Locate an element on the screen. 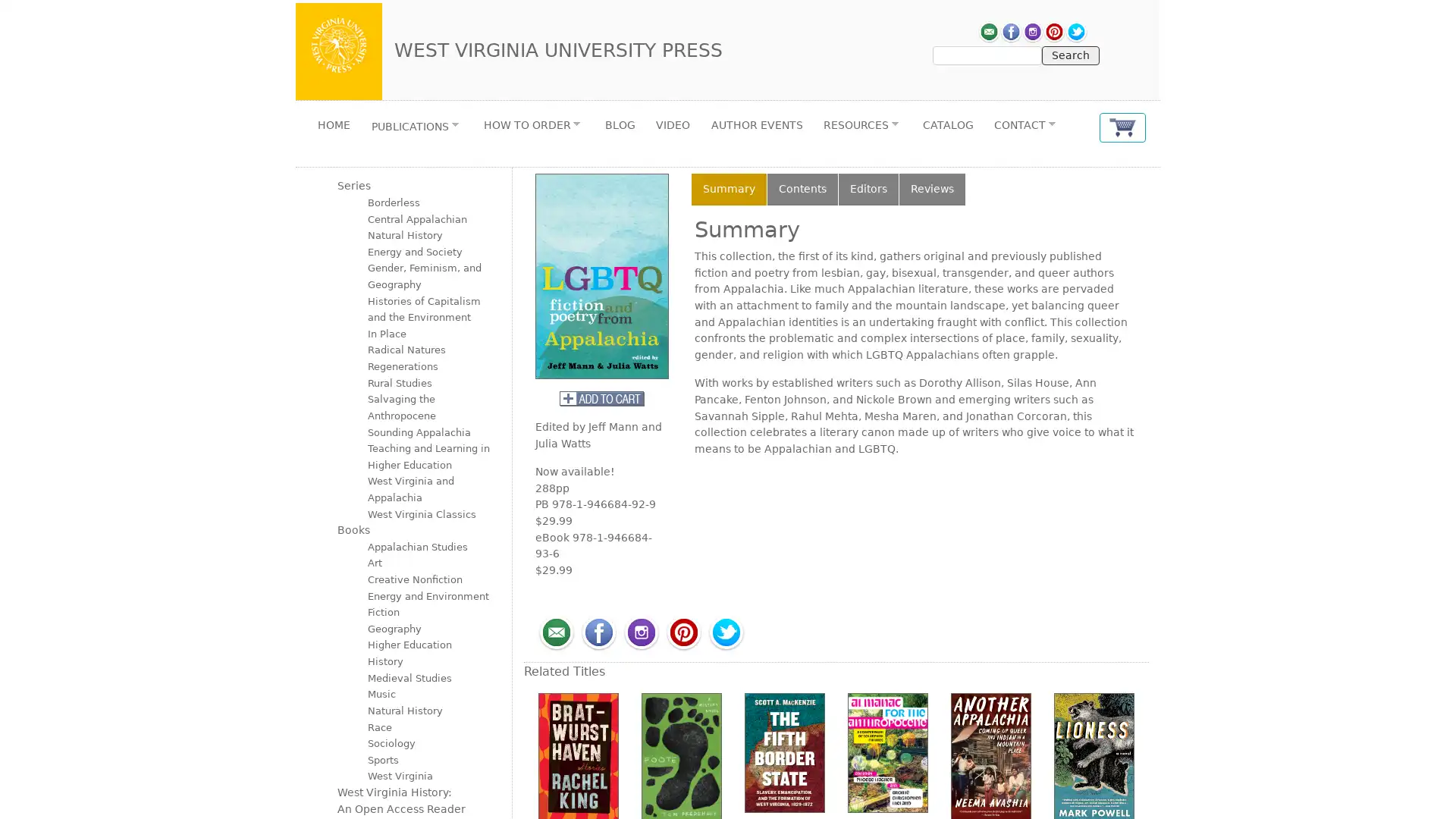 The width and height of the screenshot is (1456, 819). Search is located at coordinates (1069, 54).